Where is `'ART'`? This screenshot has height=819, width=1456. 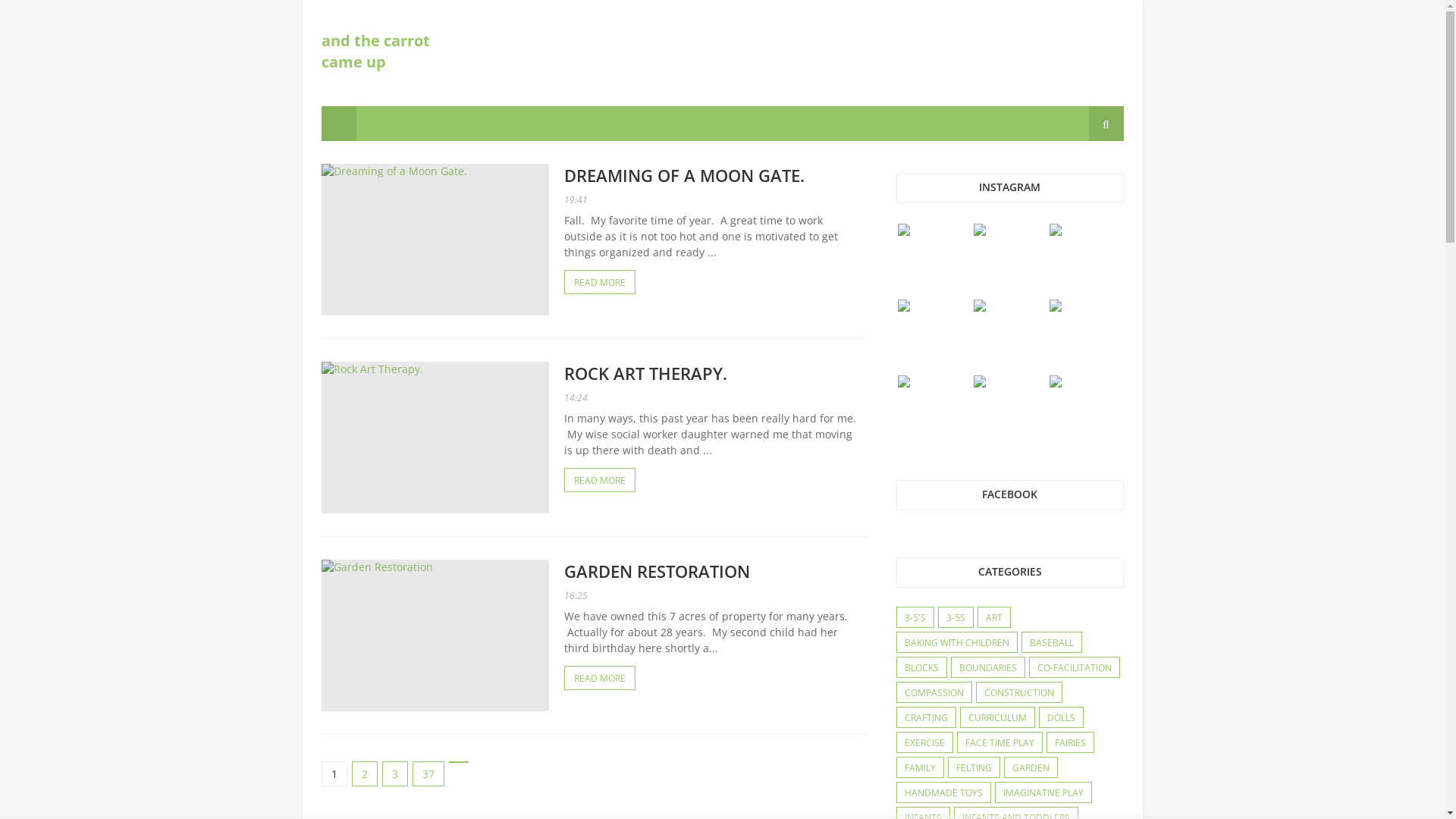 'ART' is located at coordinates (993, 617).